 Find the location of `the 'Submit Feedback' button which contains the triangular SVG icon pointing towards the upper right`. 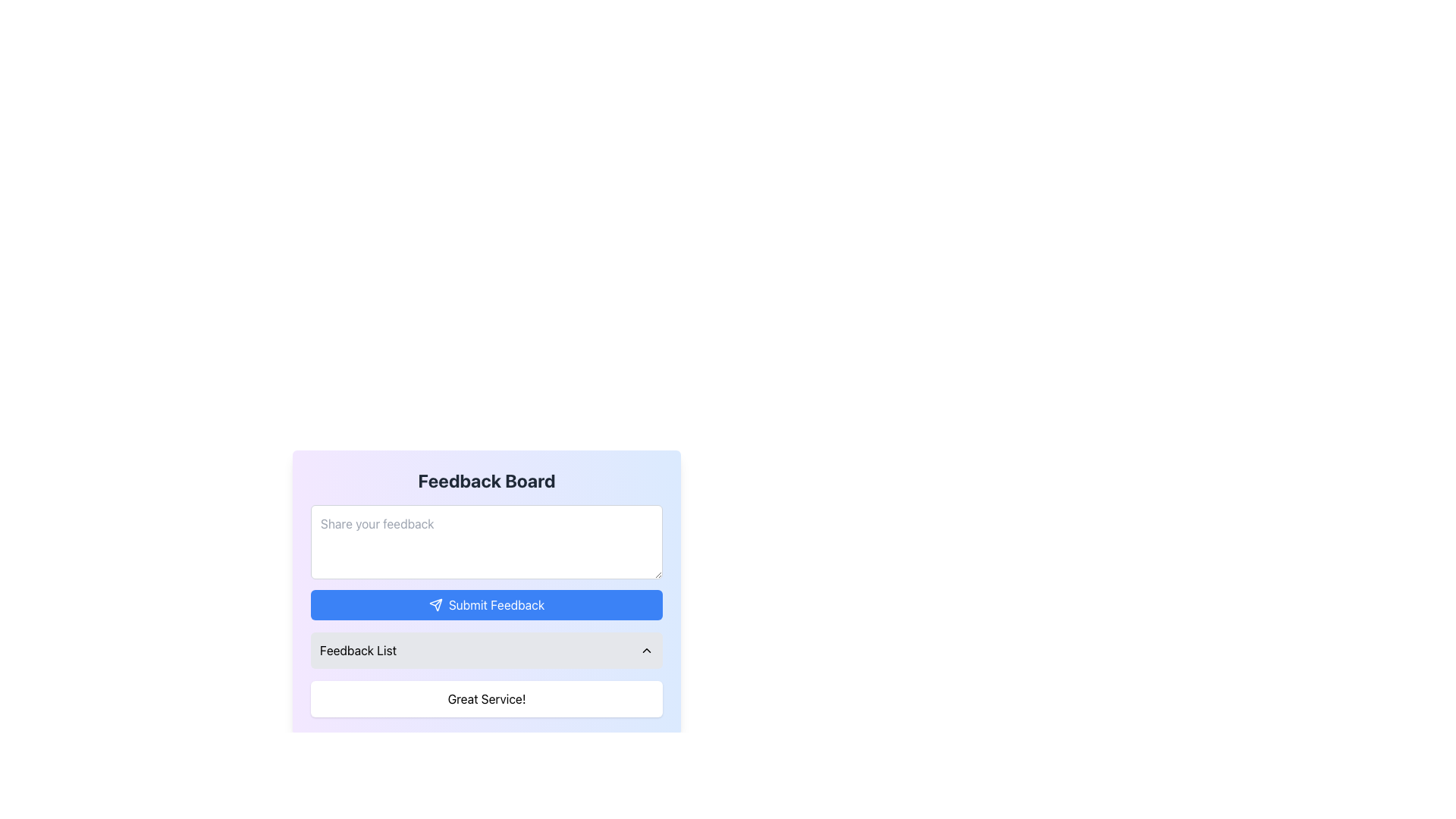

the 'Submit Feedback' button which contains the triangular SVG icon pointing towards the upper right is located at coordinates (435, 604).